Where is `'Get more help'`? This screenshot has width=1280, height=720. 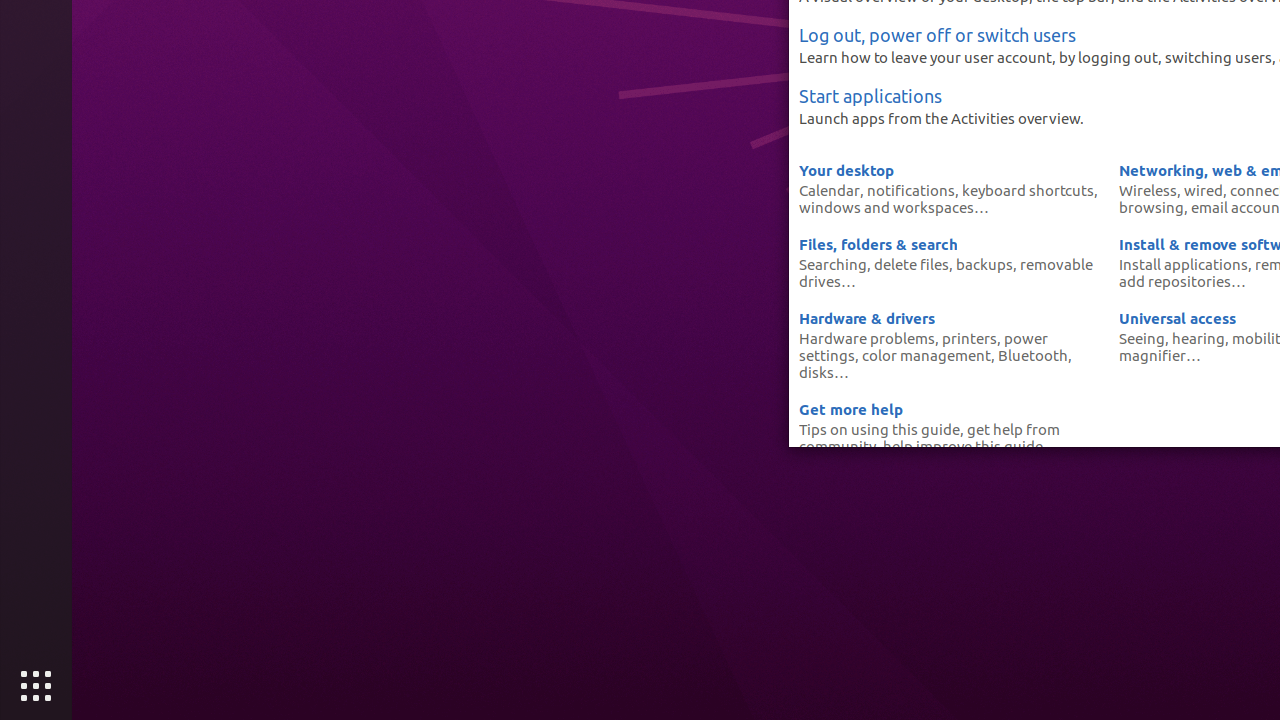
'Get more help' is located at coordinates (850, 408).